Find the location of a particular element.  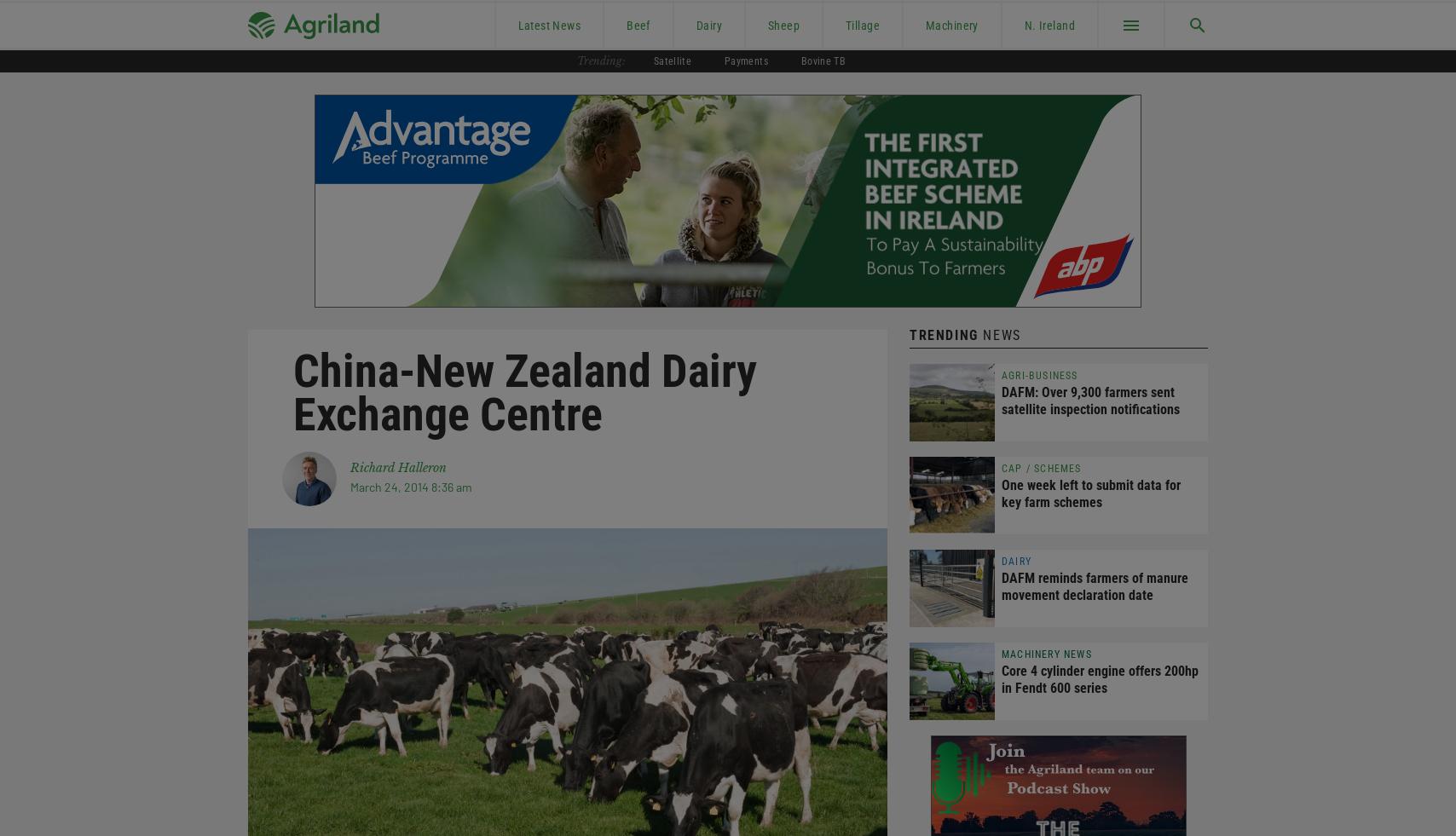

'N. Ireland' is located at coordinates (1049, 24).